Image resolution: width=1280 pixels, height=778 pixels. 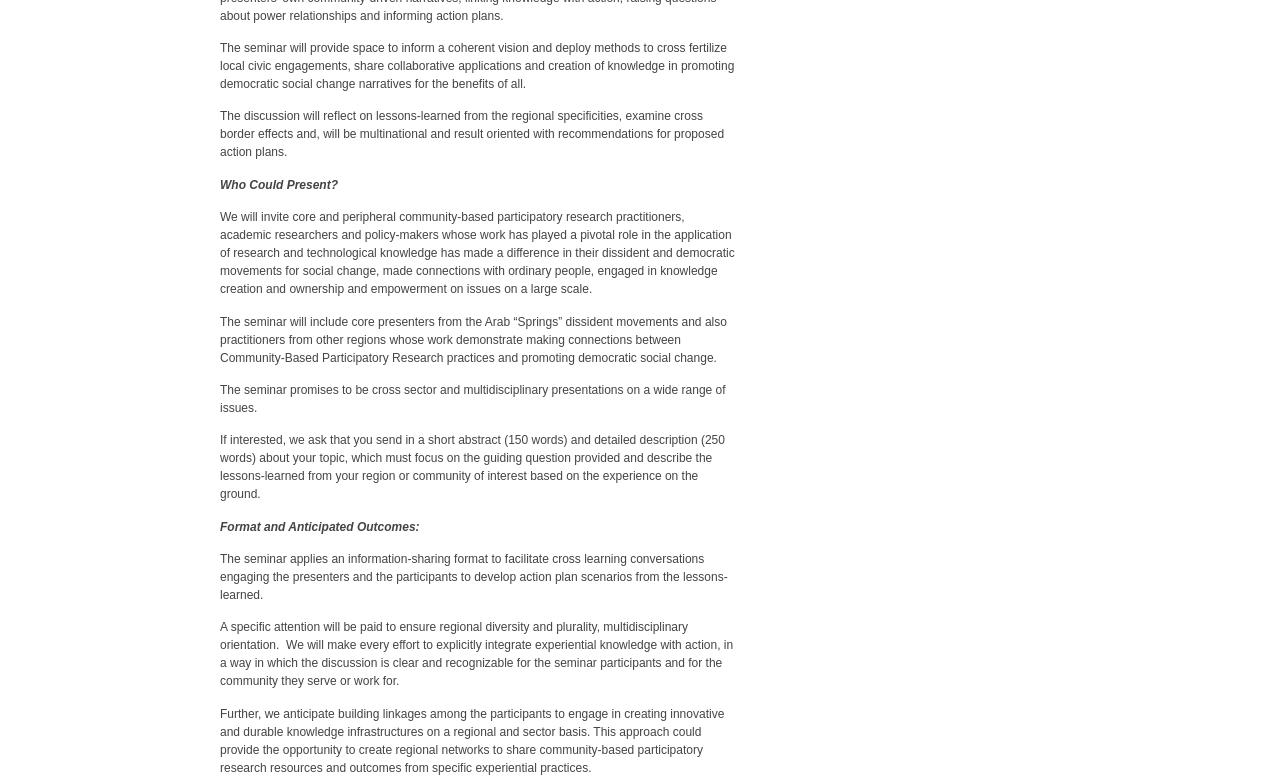 What do you see at coordinates (475, 653) in the screenshot?
I see `'A specific attention will be paid to ensure regional diversity and plurality, multidisciplinary orientation.  We will make every effort to explicitly integrate experiential knowledge with action, in a way in which the discussion is clear and recognizable for the seminar participants and for the community they serve or work for.'` at bounding box center [475, 653].